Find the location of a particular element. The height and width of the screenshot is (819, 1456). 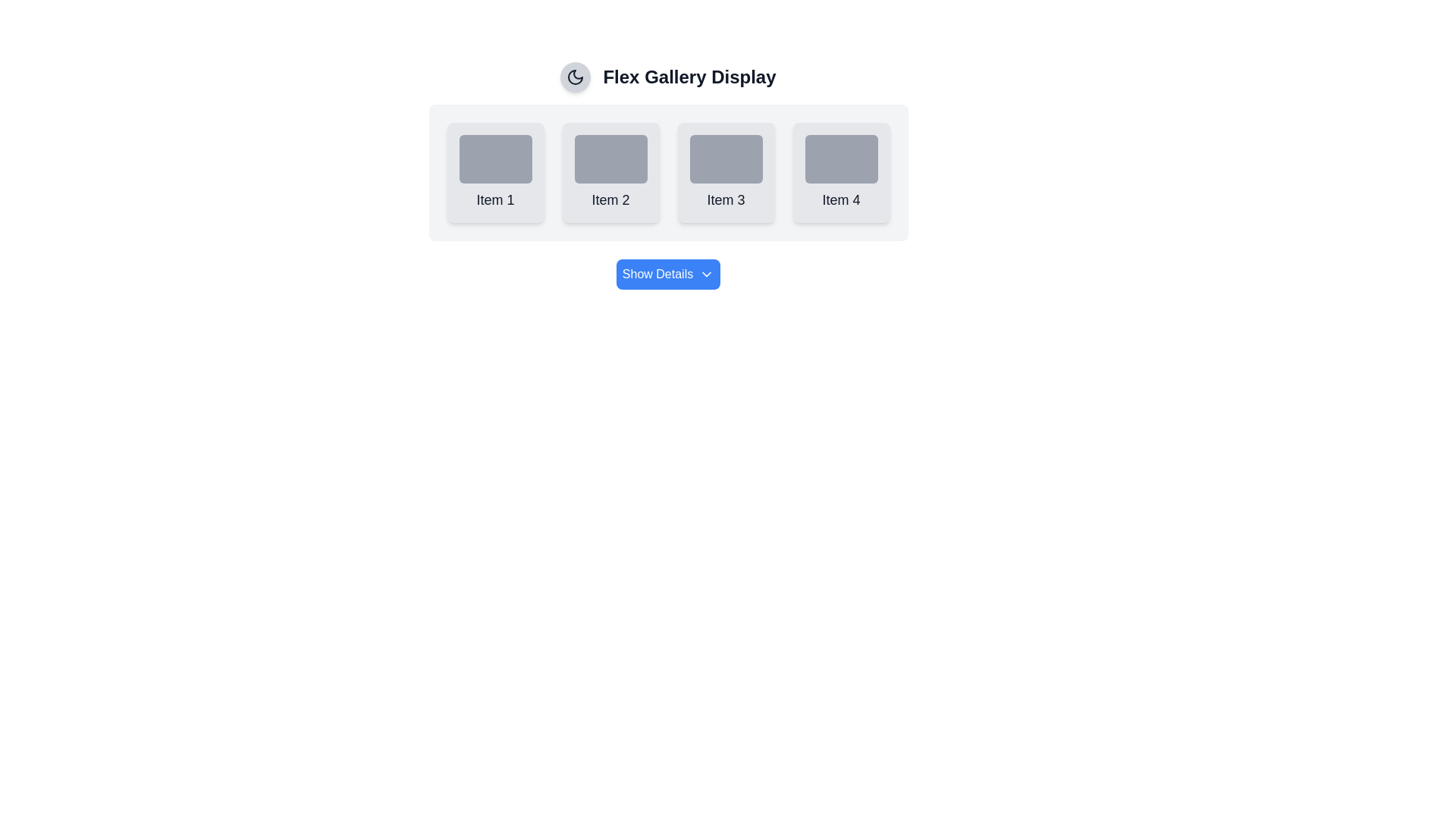

the toggle button located beneath the items labeled 'Item 1' to 'Item 4' in the 'Flex Gallery Display' is located at coordinates (667, 265).